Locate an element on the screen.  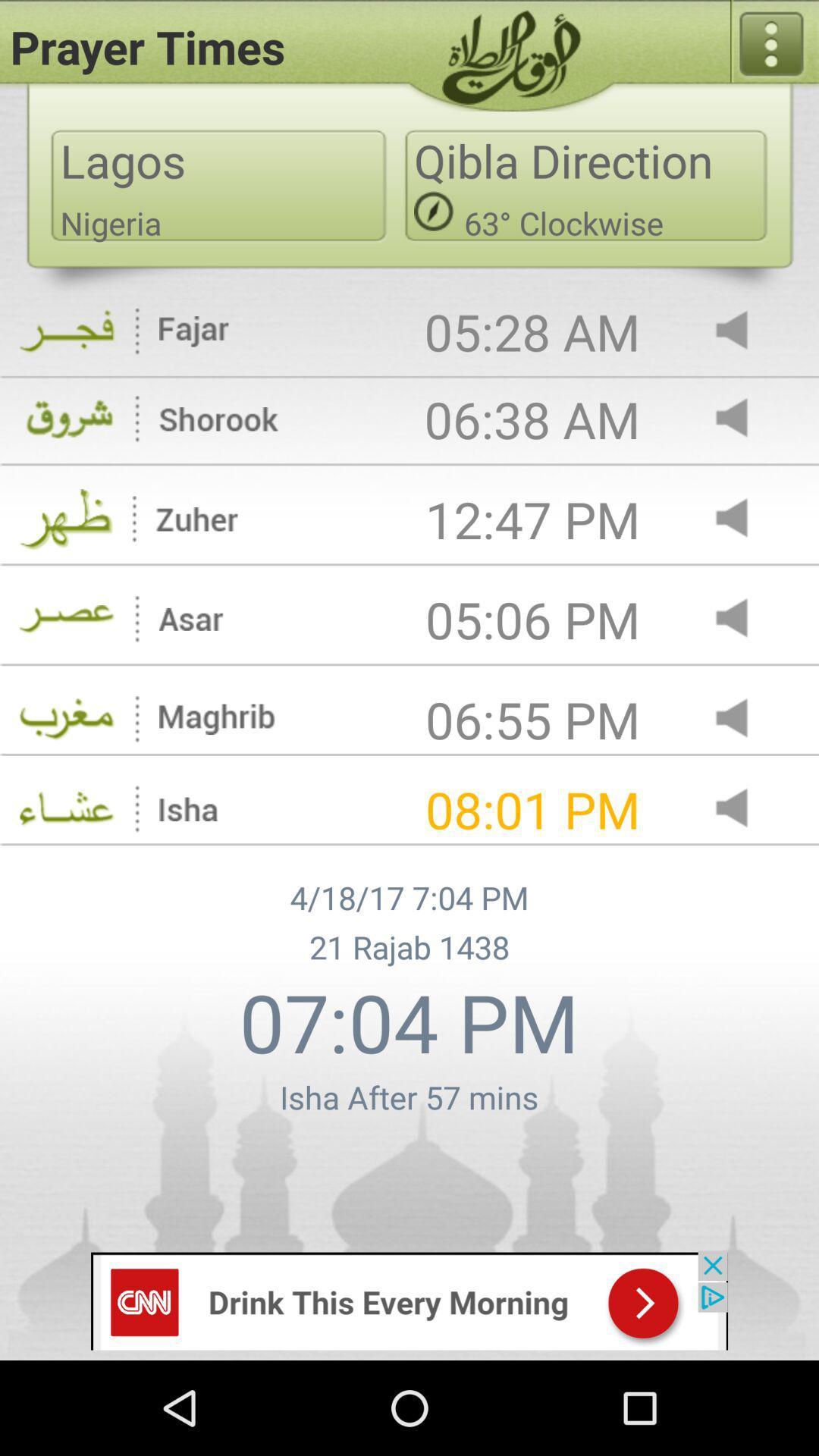
hear audio is located at coordinates (744, 419).